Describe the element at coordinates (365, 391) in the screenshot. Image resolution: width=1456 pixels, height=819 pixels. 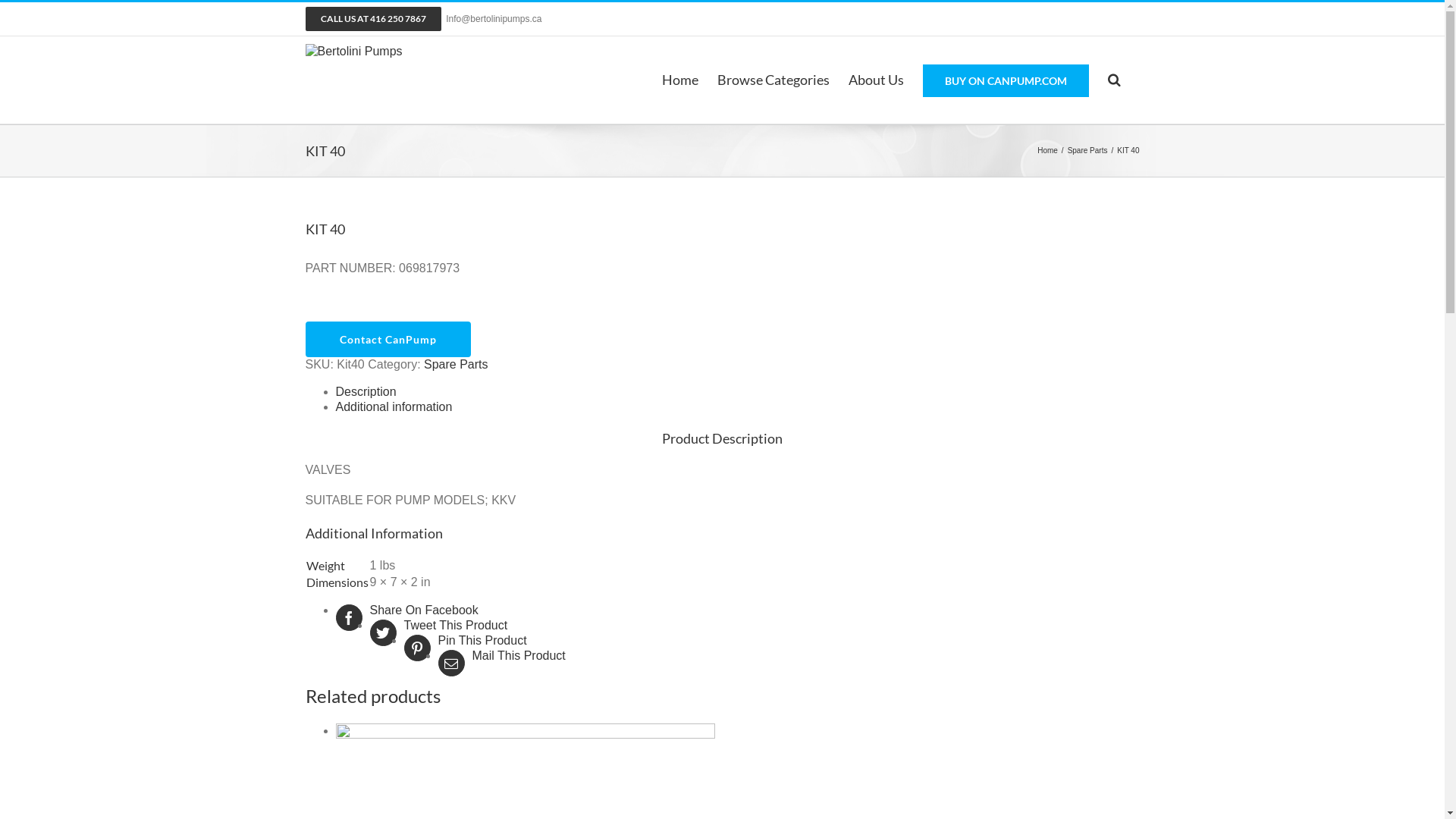
I see `'Description'` at that location.